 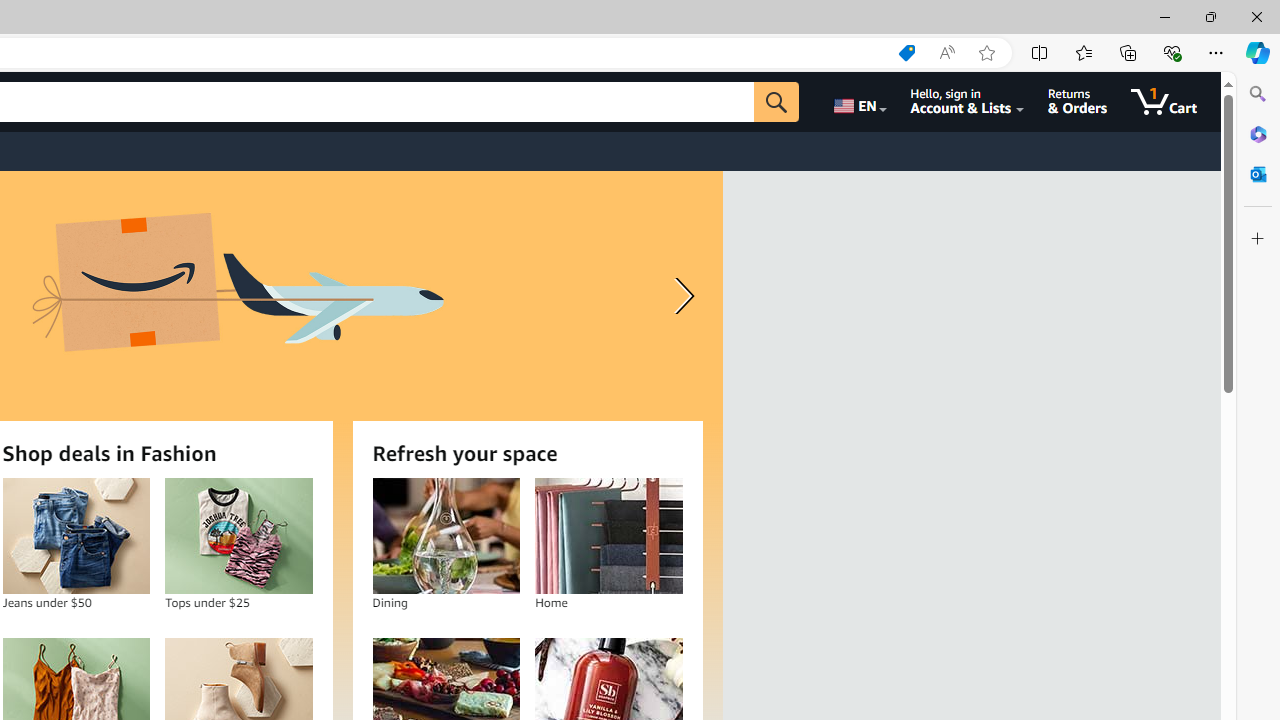 What do you see at coordinates (775, 101) in the screenshot?
I see `'Go'` at bounding box center [775, 101].